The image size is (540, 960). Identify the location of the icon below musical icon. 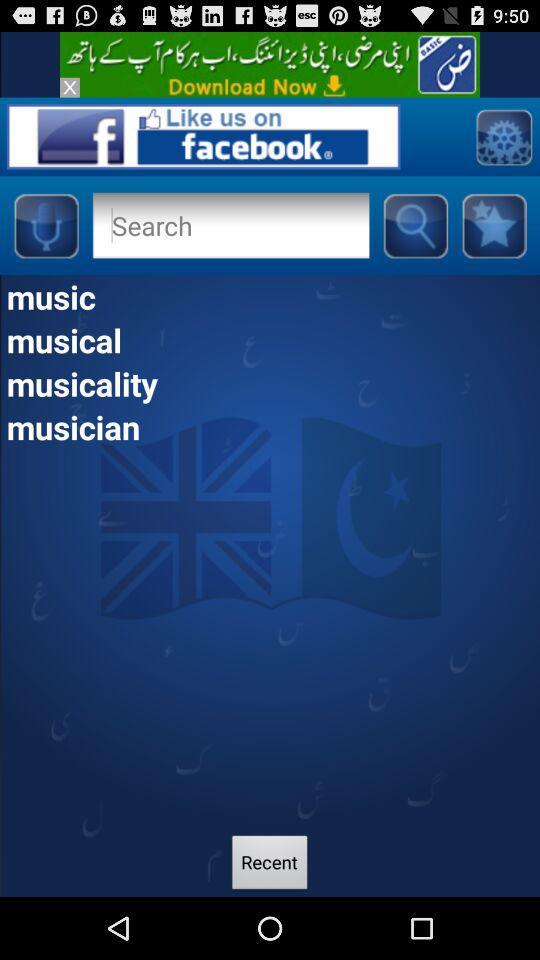
(270, 382).